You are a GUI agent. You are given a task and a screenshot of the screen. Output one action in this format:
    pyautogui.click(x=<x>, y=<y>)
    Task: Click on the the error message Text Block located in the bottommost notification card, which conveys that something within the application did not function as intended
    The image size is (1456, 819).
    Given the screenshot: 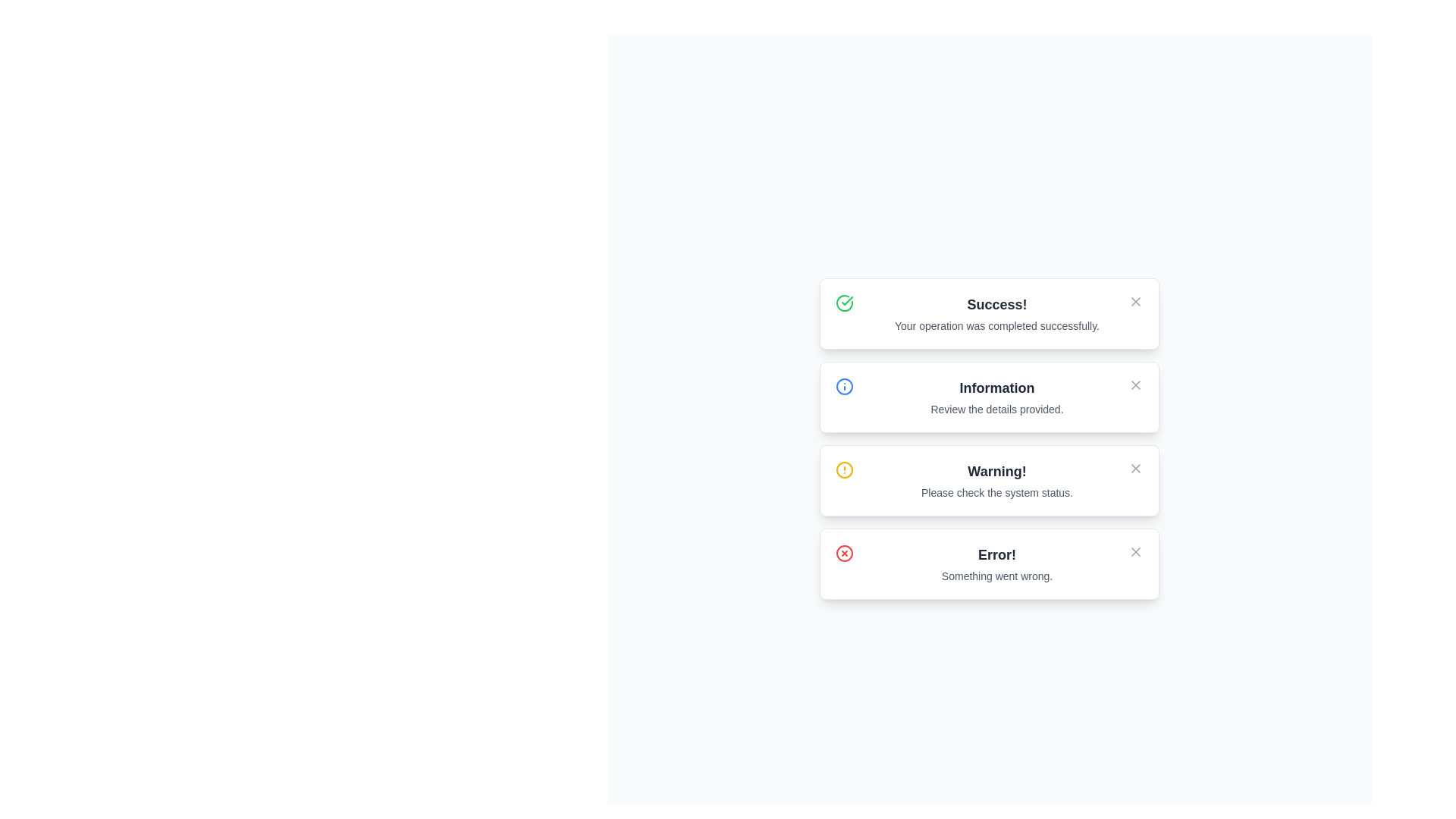 What is the action you would take?
    pyautogui.click(x=997, y=564)
    